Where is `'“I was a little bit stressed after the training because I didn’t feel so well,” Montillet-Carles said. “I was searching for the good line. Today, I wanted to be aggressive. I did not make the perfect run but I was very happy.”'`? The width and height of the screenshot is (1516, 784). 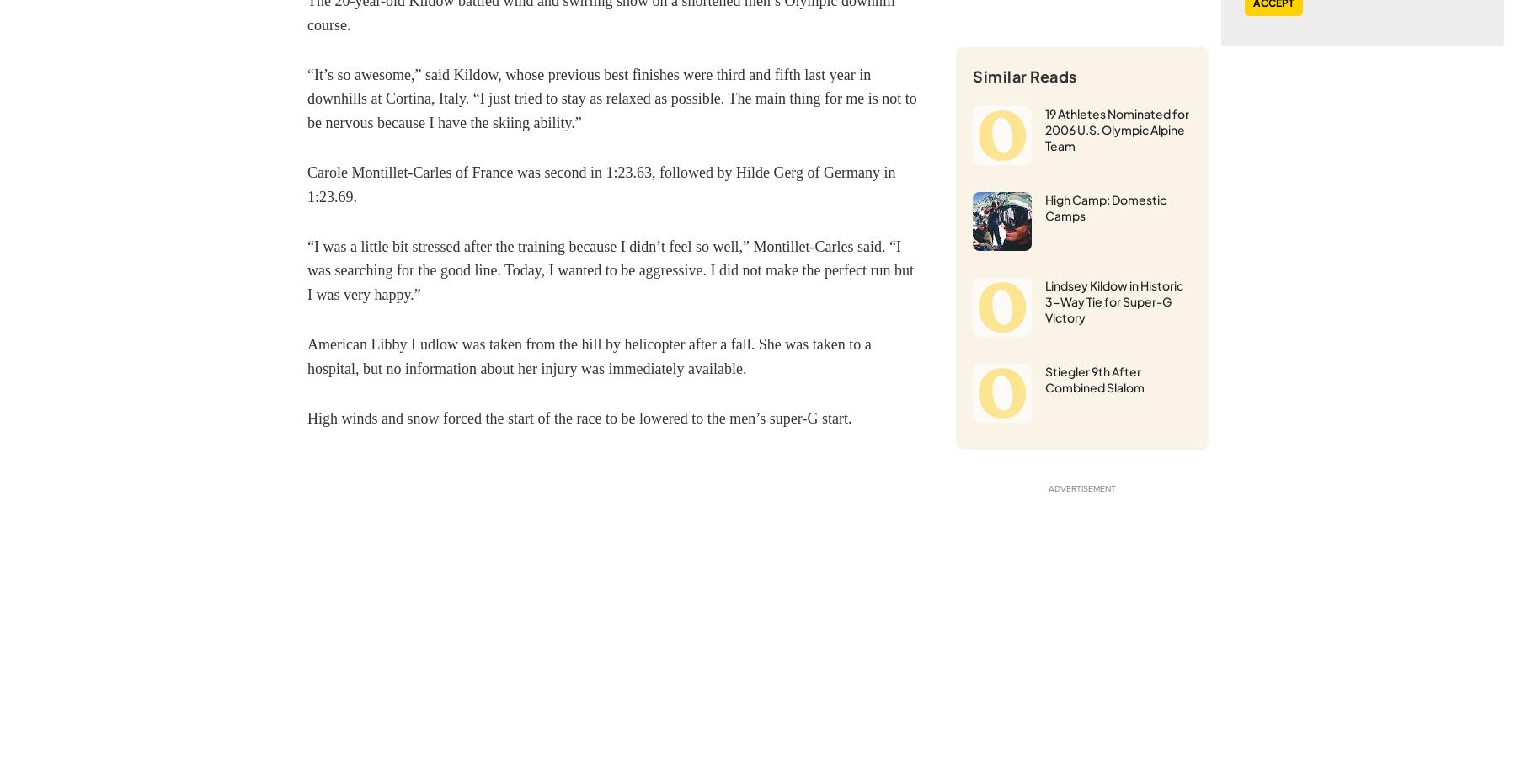 '“I was a little bit stressed after the training because I didn’t feel so well,” Montillet-Carles said. “I was searching for the good line. Today, I wanted to be aggressive. I did not make the perfect run but I was very happy.”' is located at coordinates (307, 269).